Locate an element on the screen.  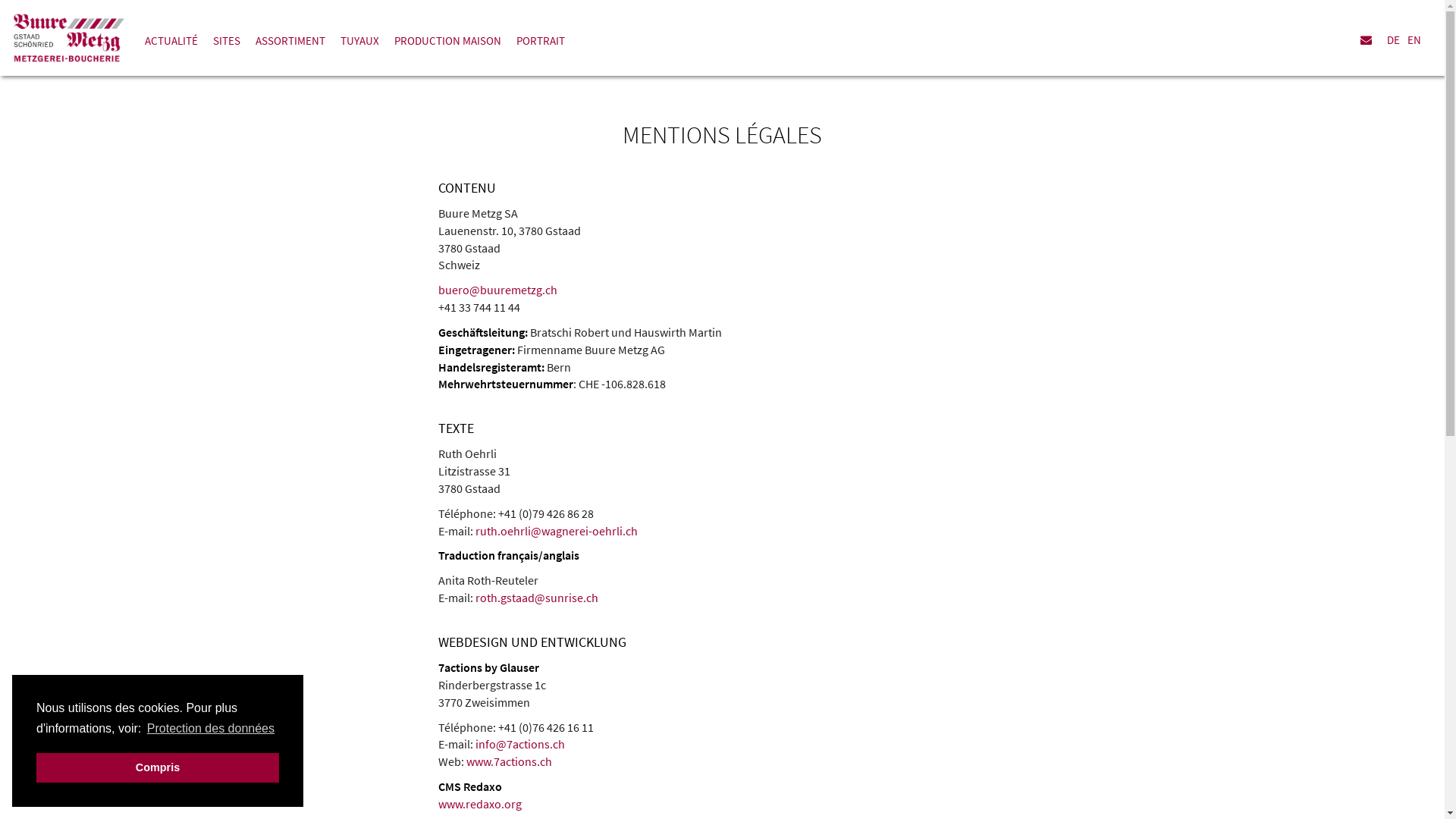
'SITES' is located at coordinates (225, 40).